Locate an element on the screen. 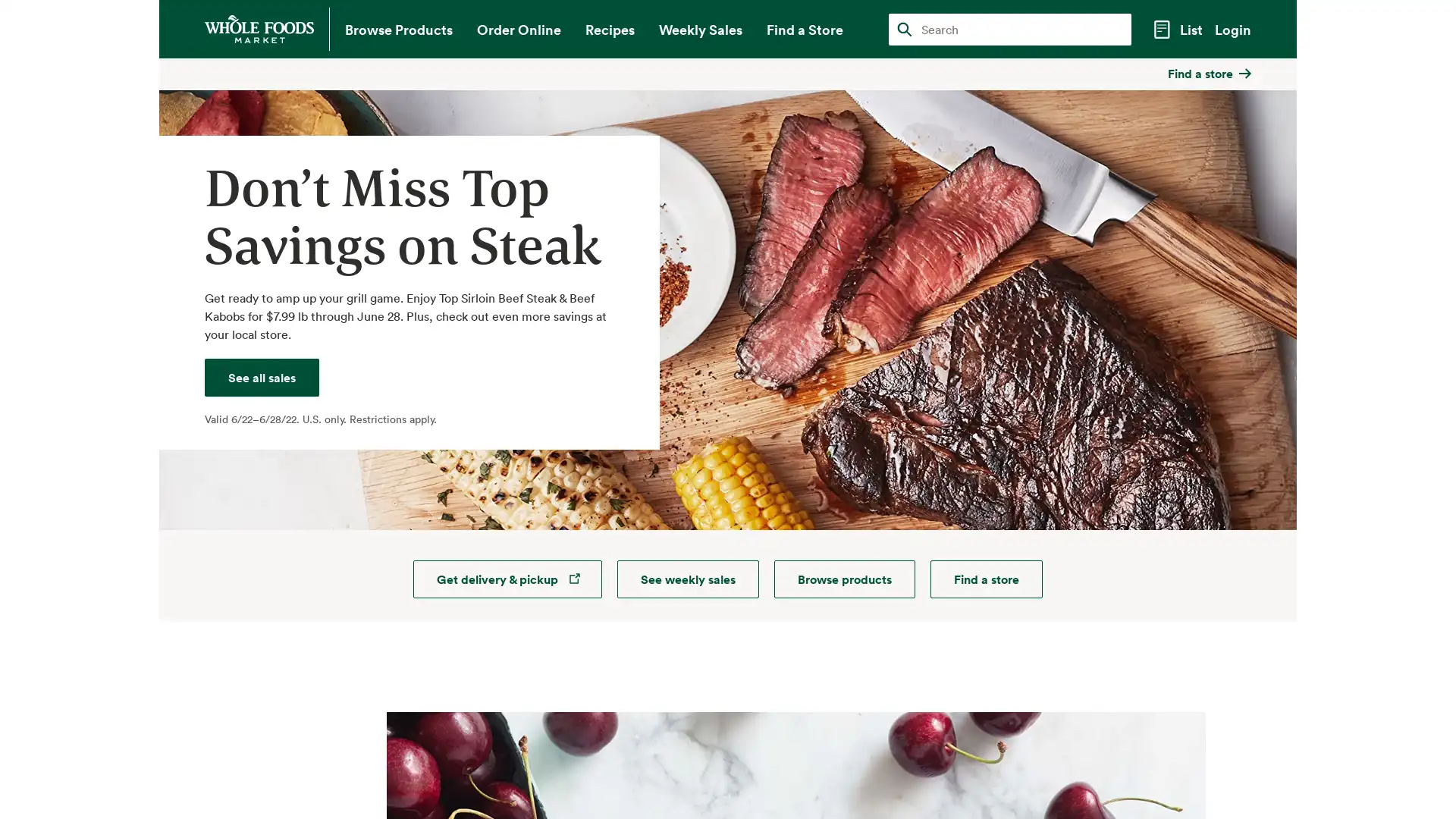  List is located at coordinates (1175, 31).